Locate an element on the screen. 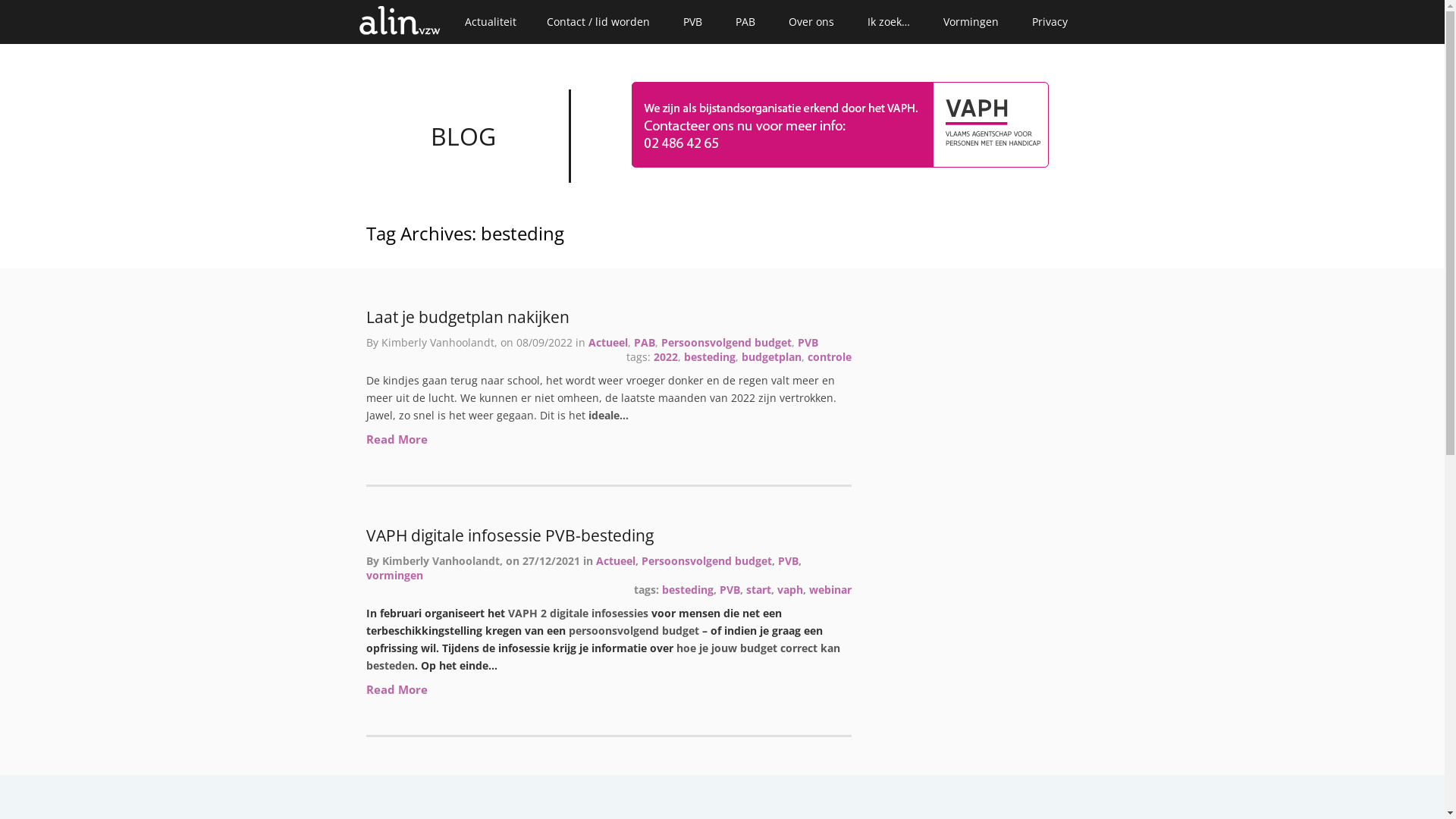  'Persoonsvolgend budget' is located at coordinates (705, 560).